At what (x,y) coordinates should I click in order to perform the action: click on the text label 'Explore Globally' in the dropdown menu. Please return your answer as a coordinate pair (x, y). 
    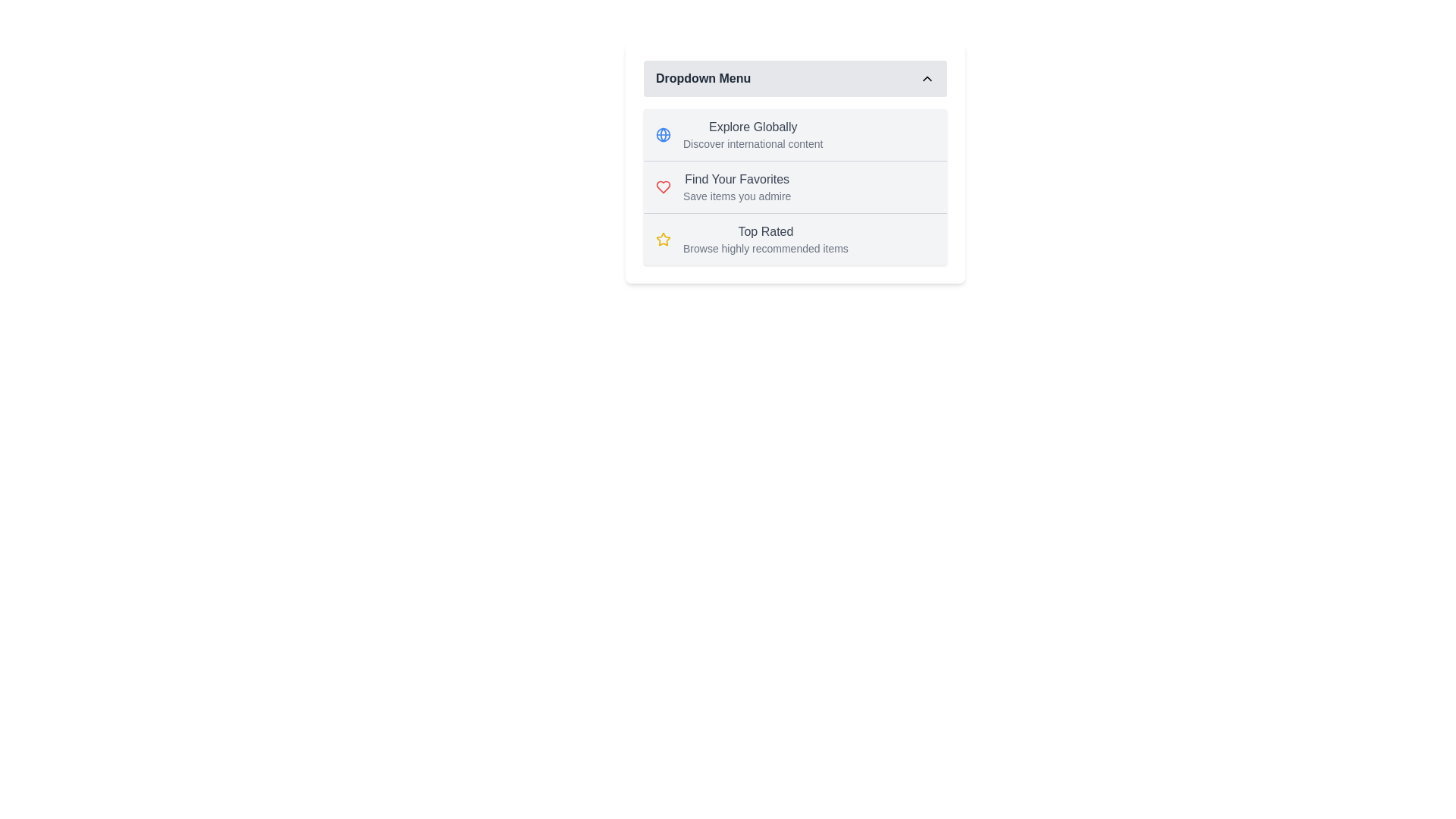
    Looking at the image, I should click on (753, 133).